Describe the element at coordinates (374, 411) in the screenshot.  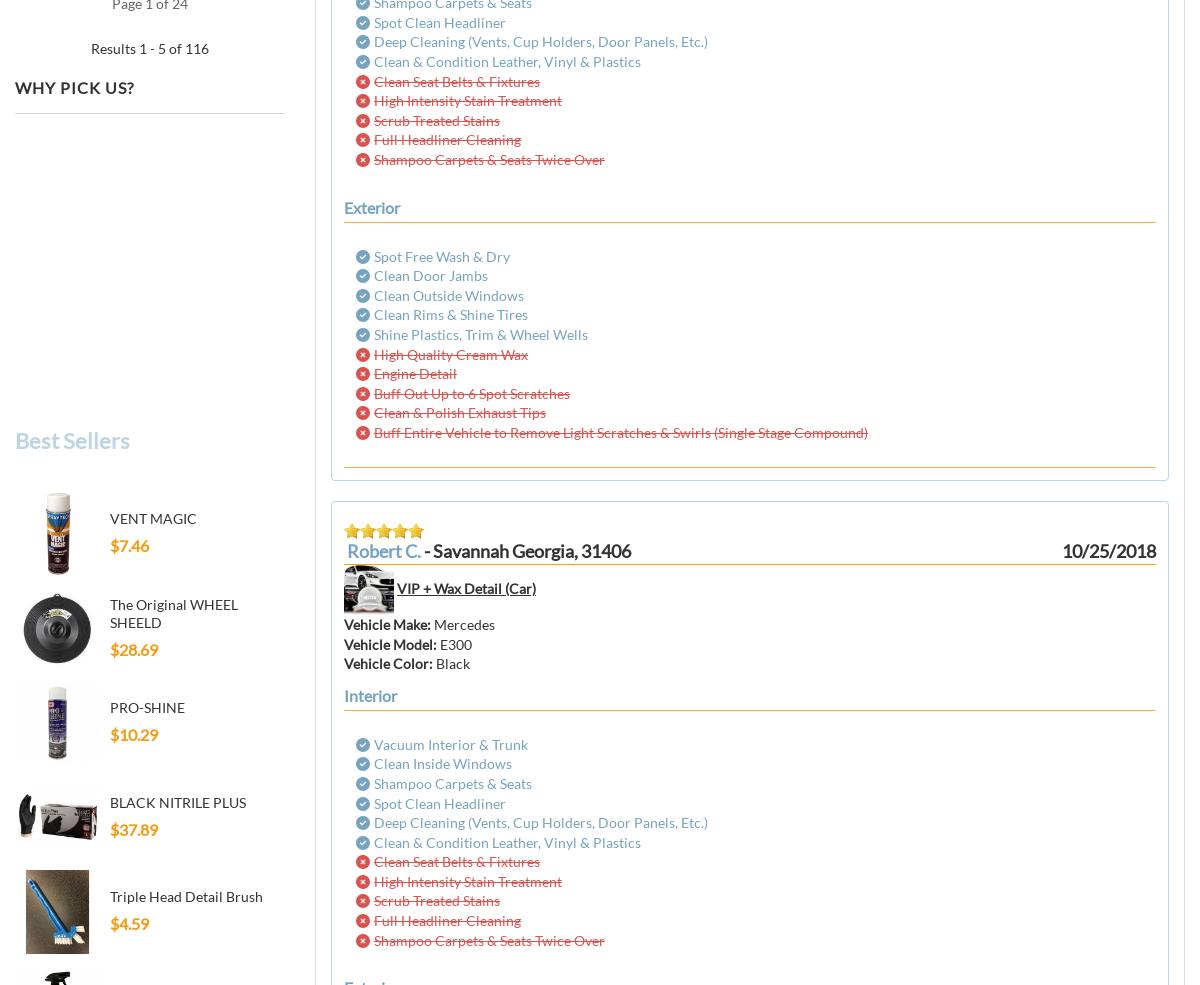
I see `'Clean & Polish Exhaust Tips'` at that location.